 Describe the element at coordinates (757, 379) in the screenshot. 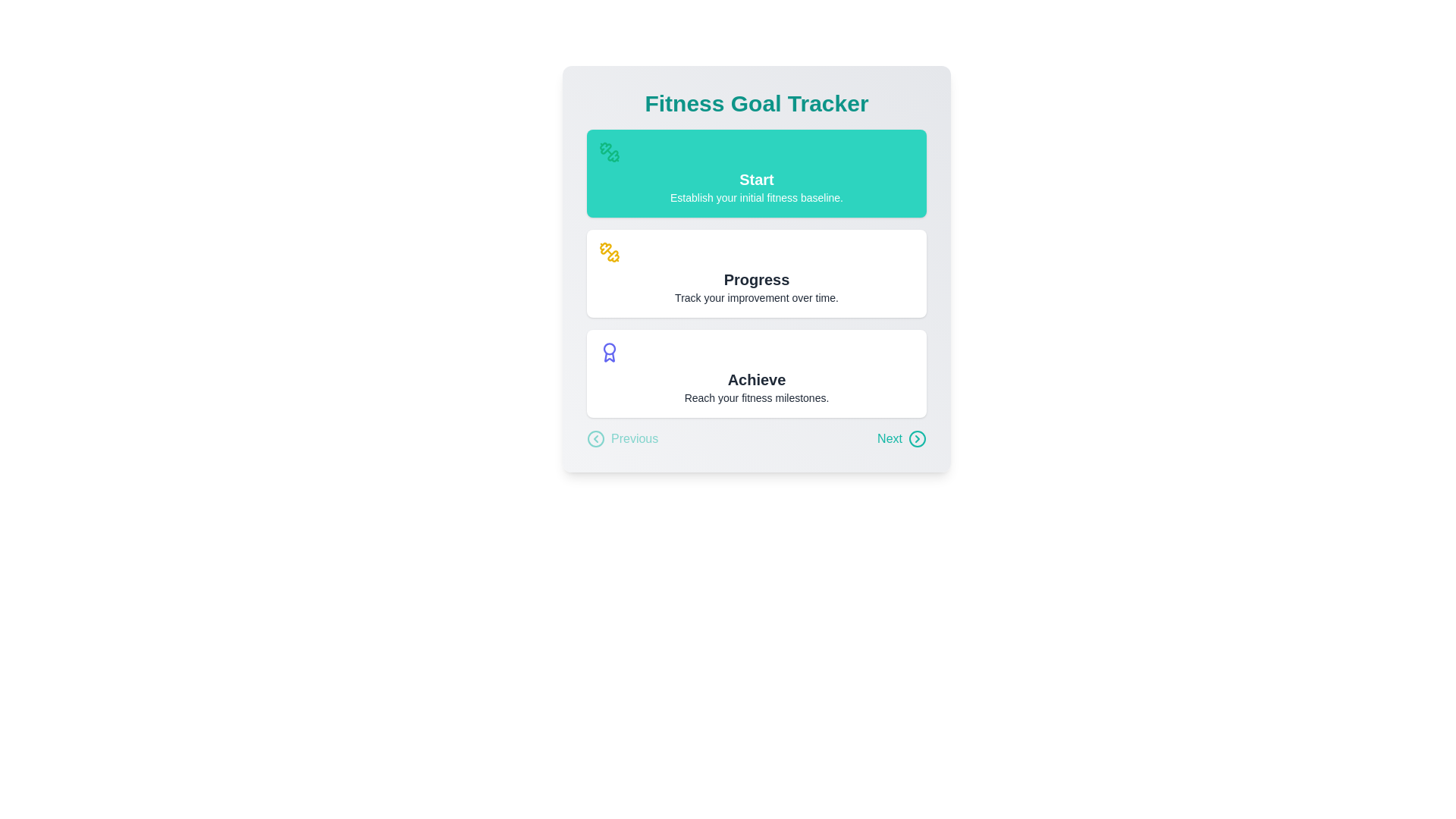

I see `the text label that serves as a title or heading within its section, which is centrally positioned above the text 'Reach your fitness milestones.'` at that location.